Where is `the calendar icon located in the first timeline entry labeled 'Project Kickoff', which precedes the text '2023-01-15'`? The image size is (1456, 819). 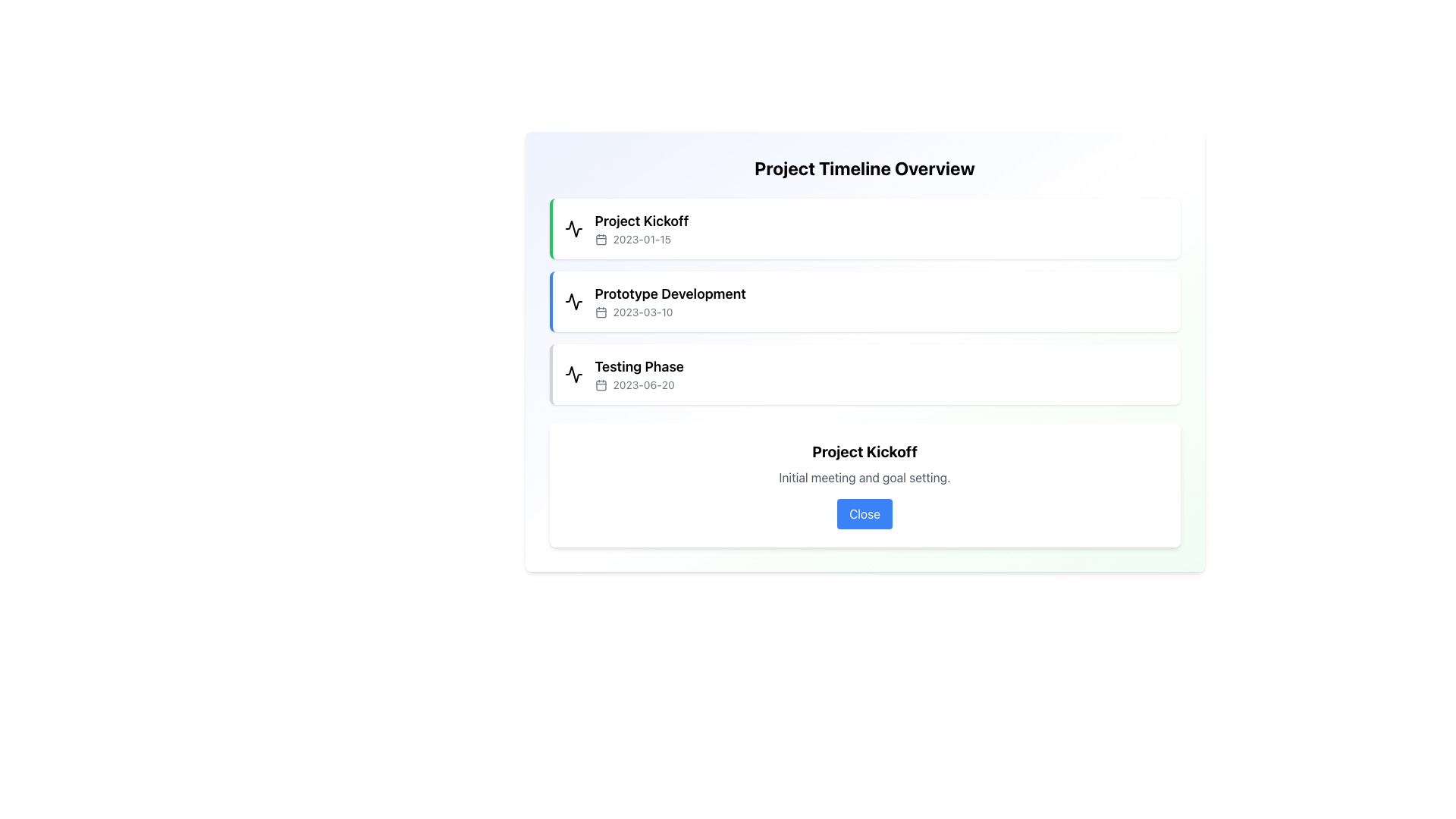
the calendar icon located in the first timeline entry labeled 'Project Kickoff', which precedes the text '2023-01-15' is located at coordinates (600, 239).